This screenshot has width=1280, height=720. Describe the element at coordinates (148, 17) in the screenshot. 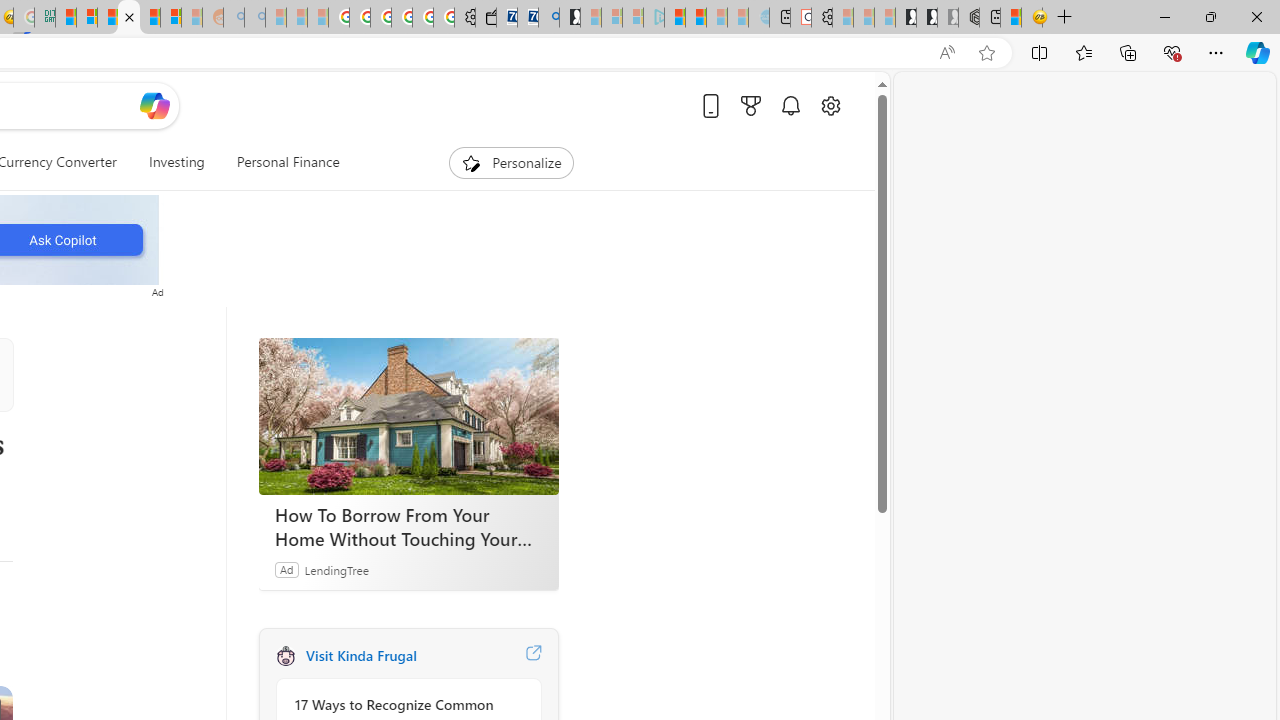

I see `'Kinda Frugal - MSN'` at that location.